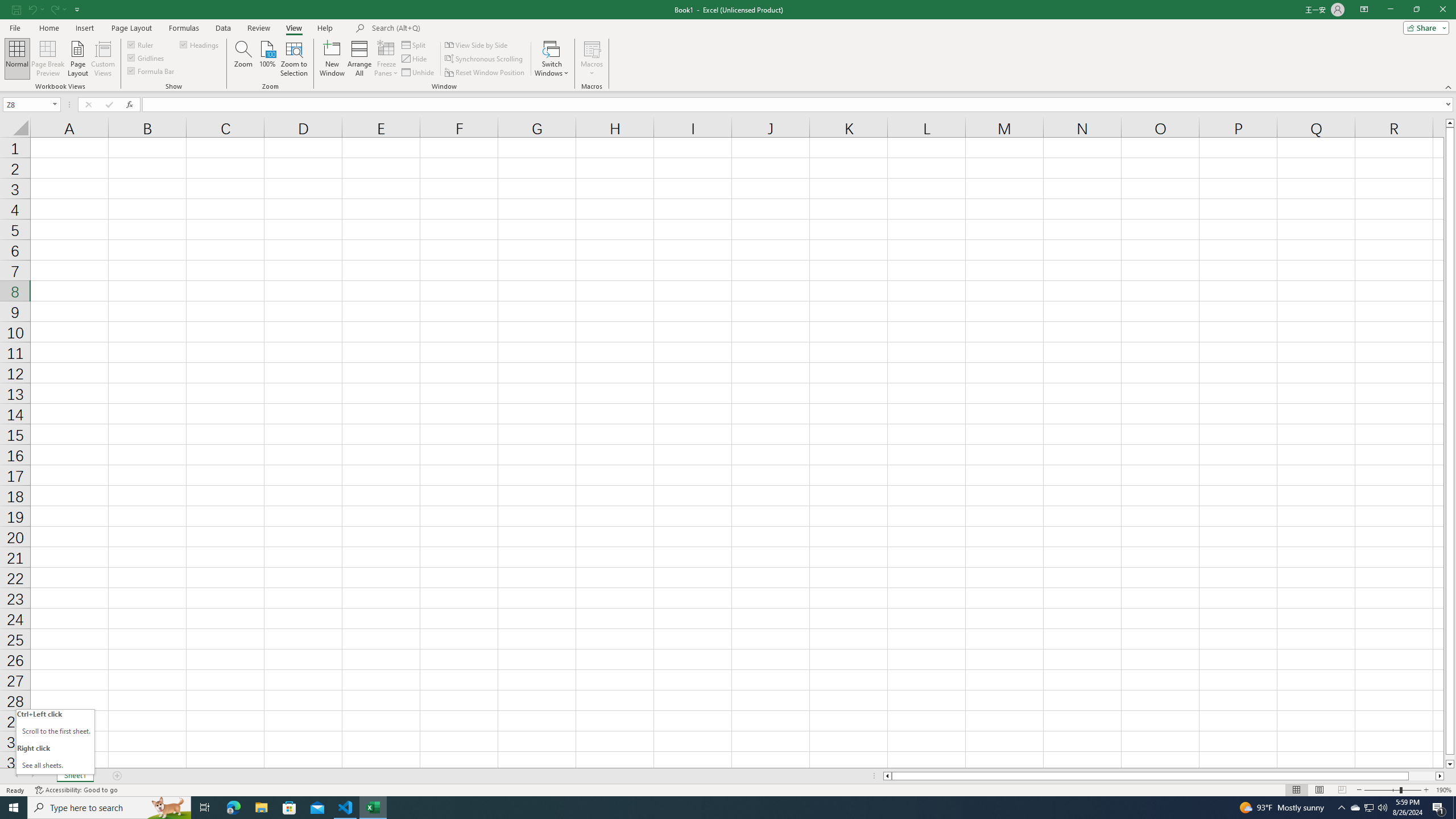  Describe the element at coordinates (1381, 790) in the screenshot. I see `'Zoom Out'` at that location.